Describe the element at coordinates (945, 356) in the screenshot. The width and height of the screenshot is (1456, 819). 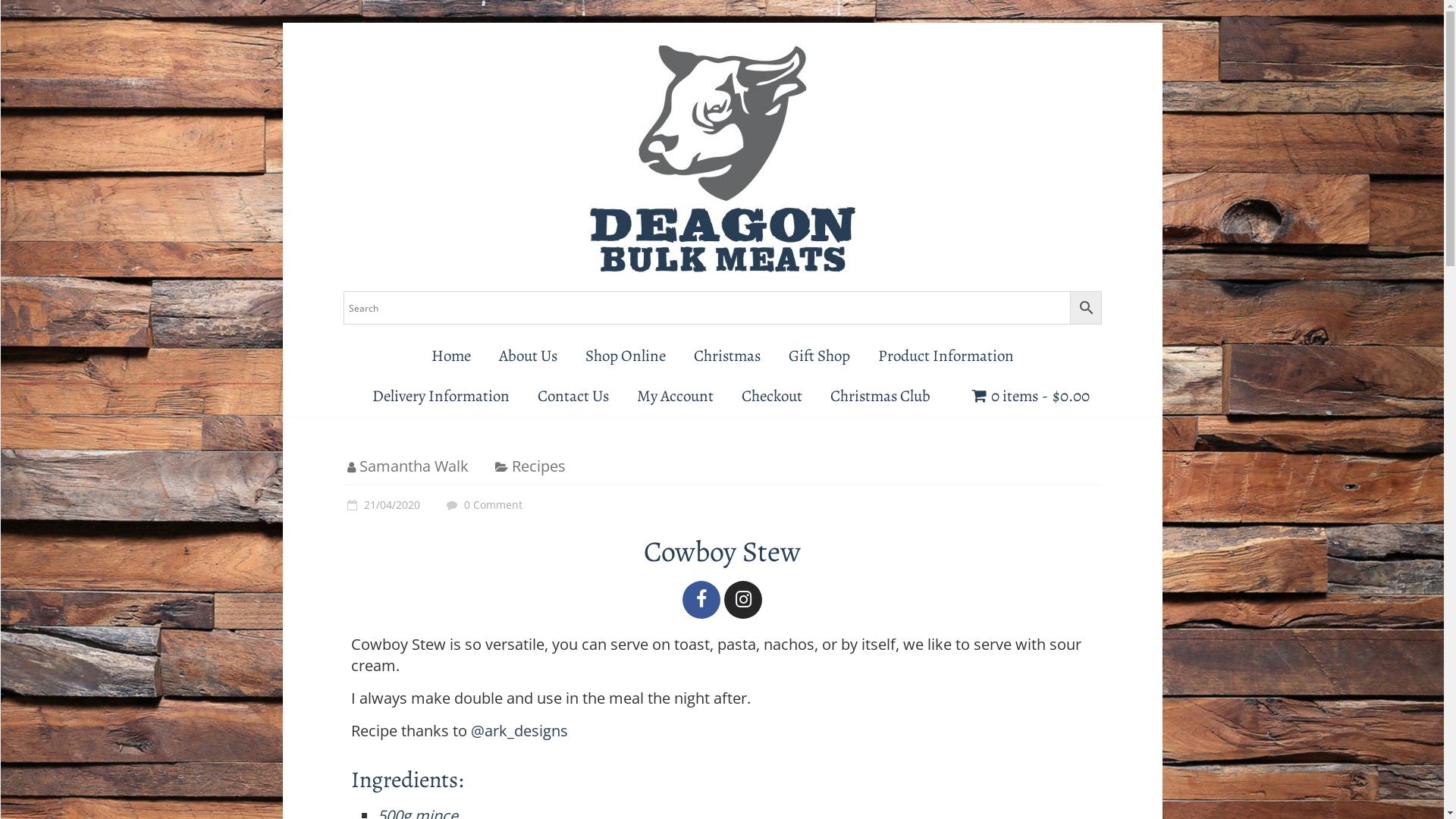
I see `'Product Information'` at that location.